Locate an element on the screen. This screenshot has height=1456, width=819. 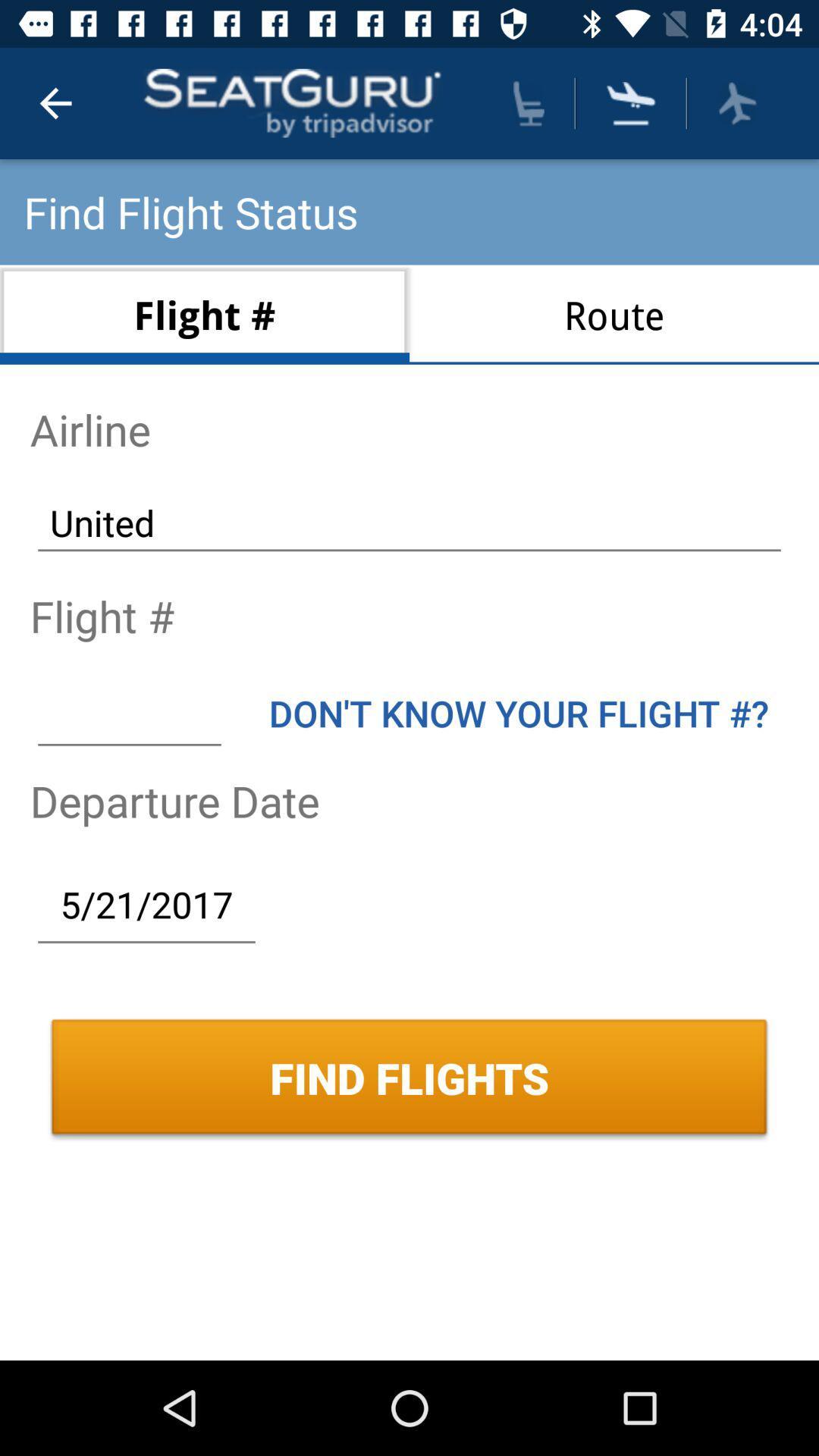
the icon above route is located at coordinates (528, 102).